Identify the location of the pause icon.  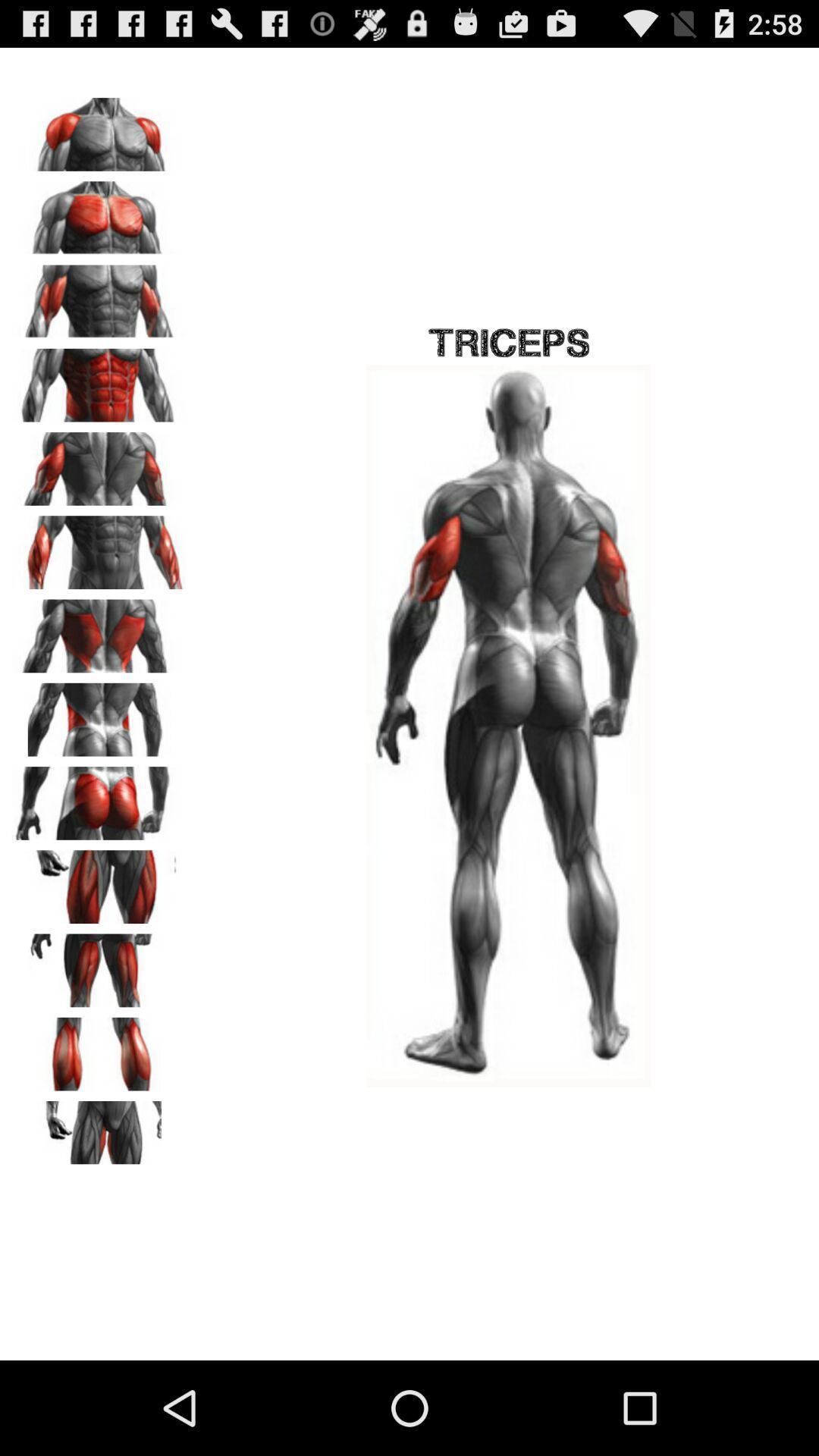
(99, 1122).